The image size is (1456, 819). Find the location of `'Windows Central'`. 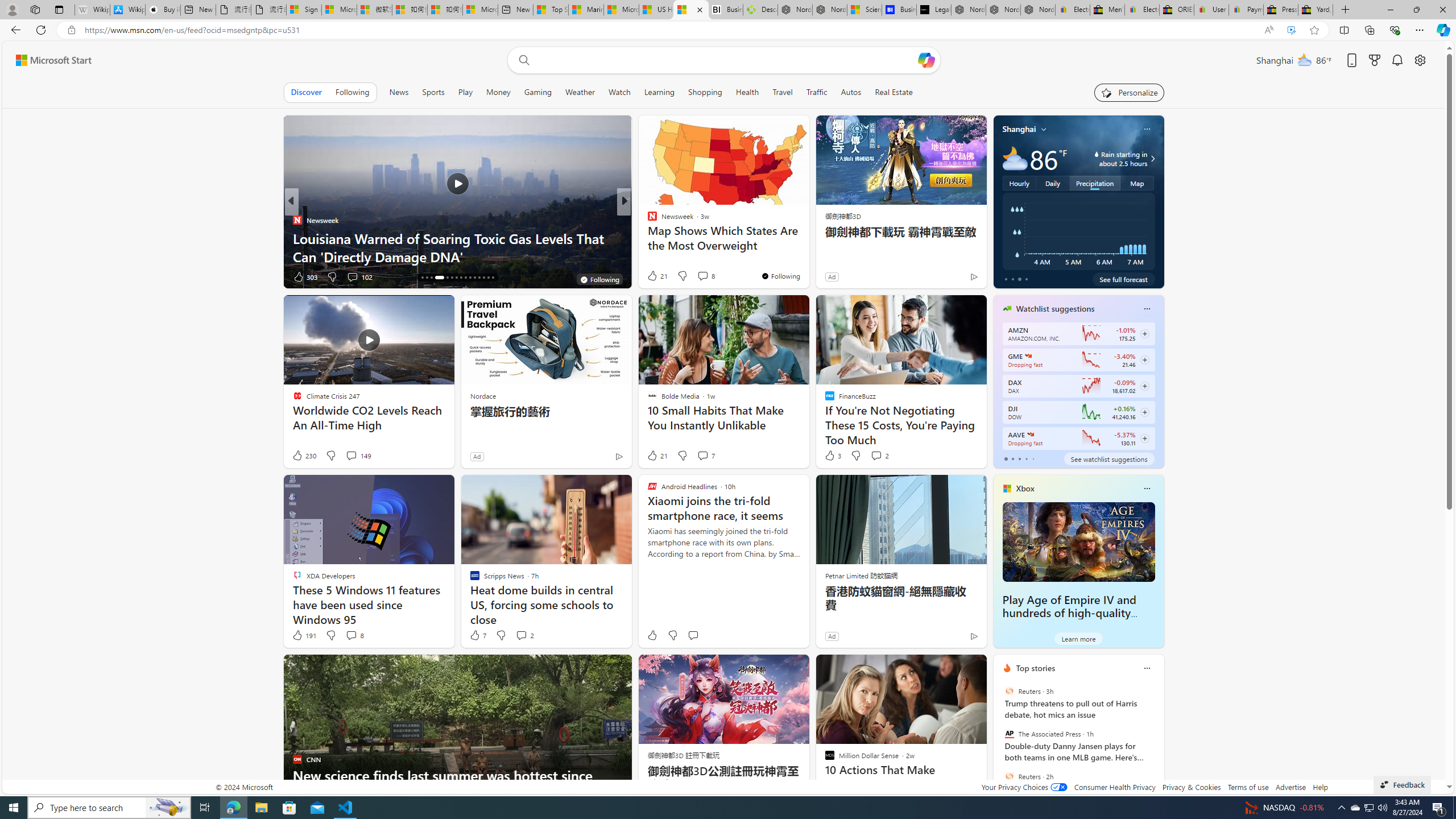

'Windows Central' is located at coordinates (647, 220).